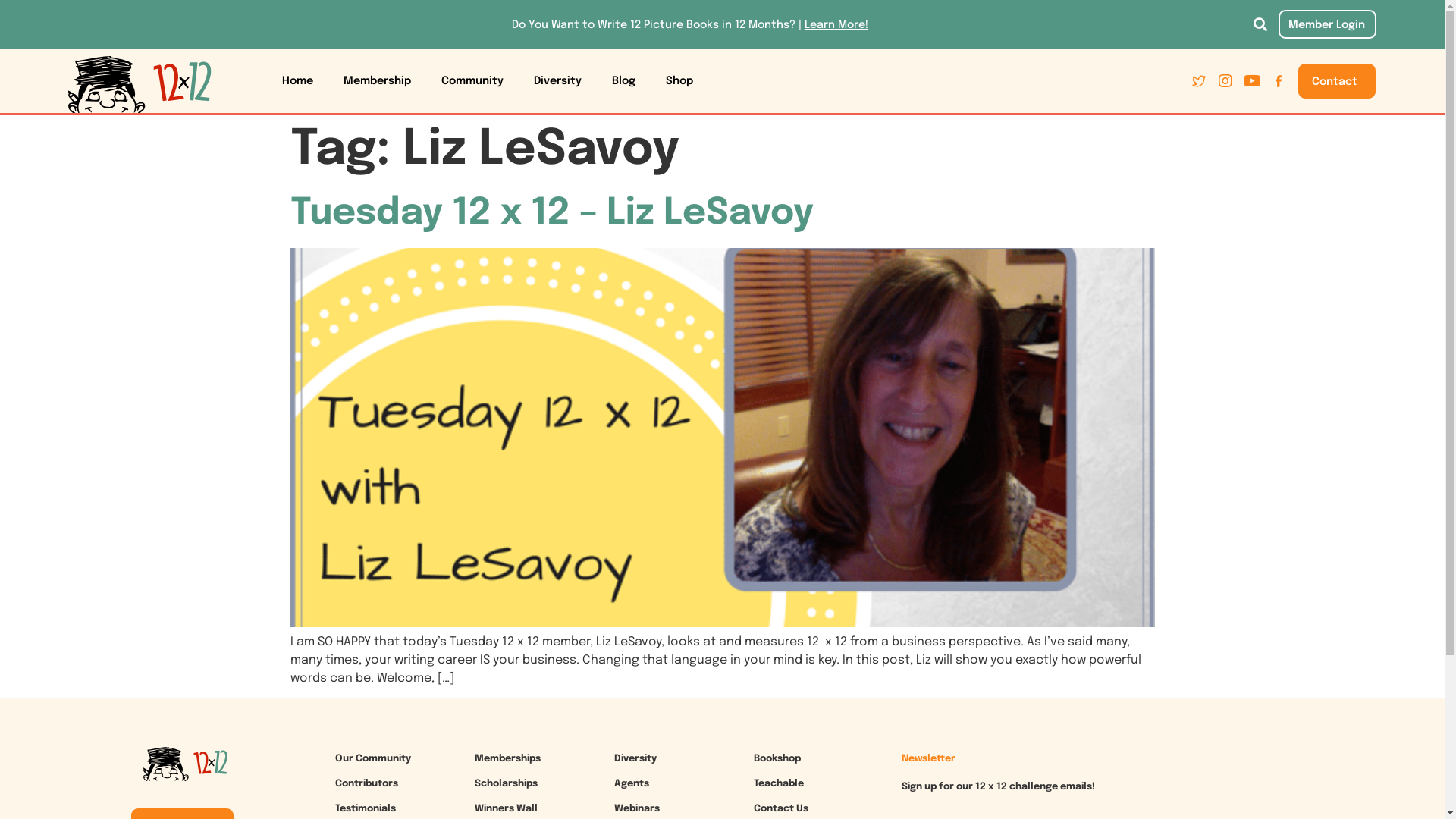  I want to click on 'Contributors', so click(366, 783).